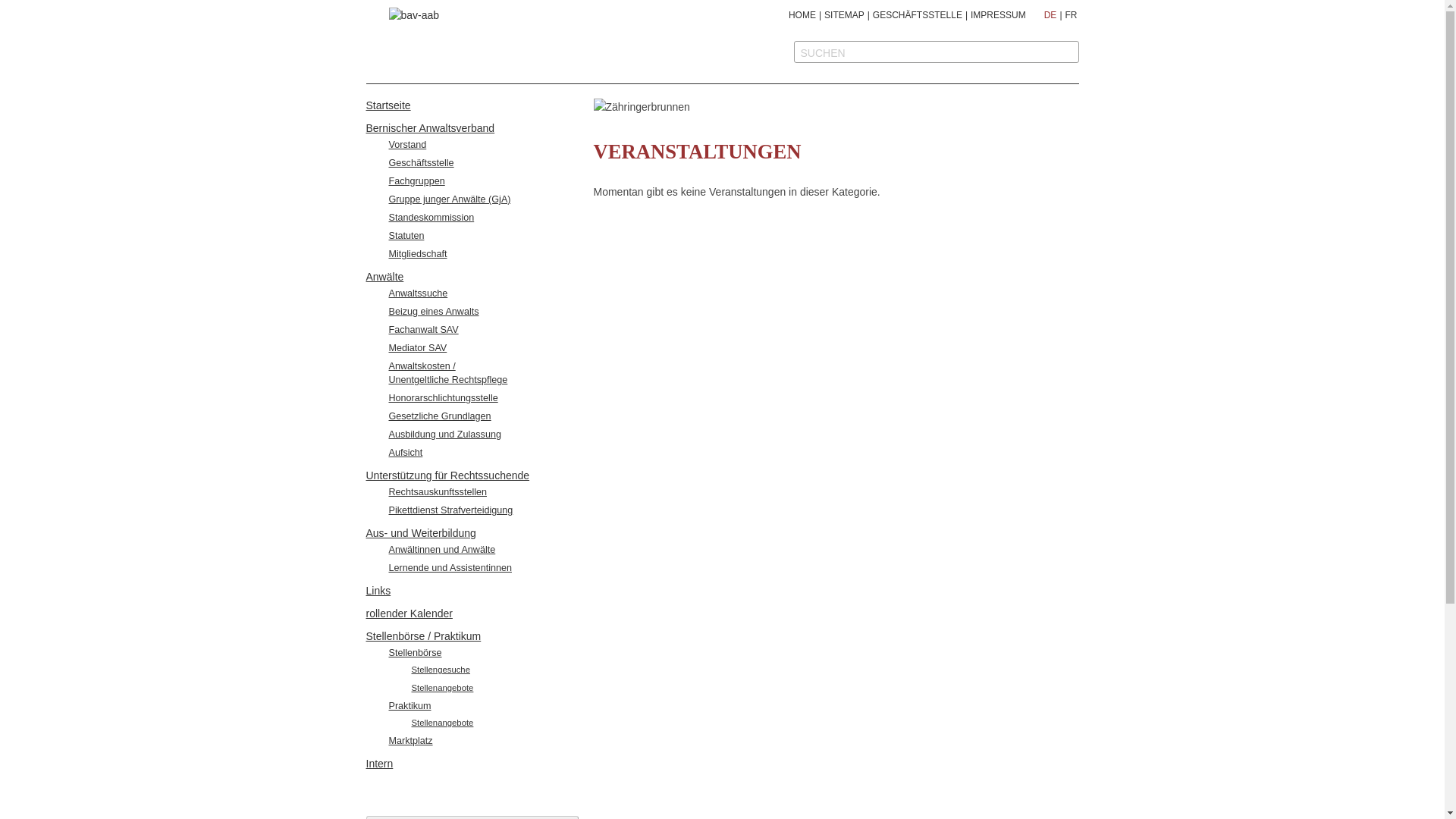  I want to click on 'Stellengesuche', so click(439, 669).